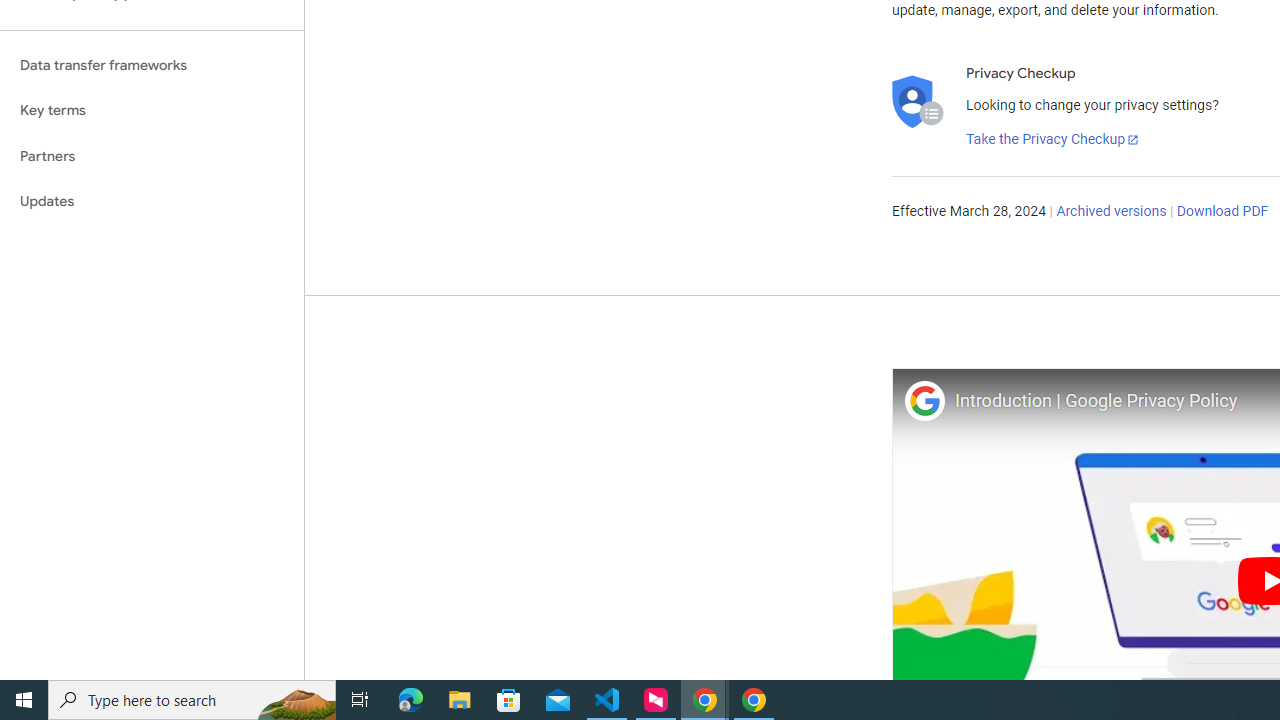 The width and height of the screenshot is (1280, 720). What do you see at coordinates (1110, 212) in the screenshot?
I see `'Archived versions'` at bounding box center [1110, 212].